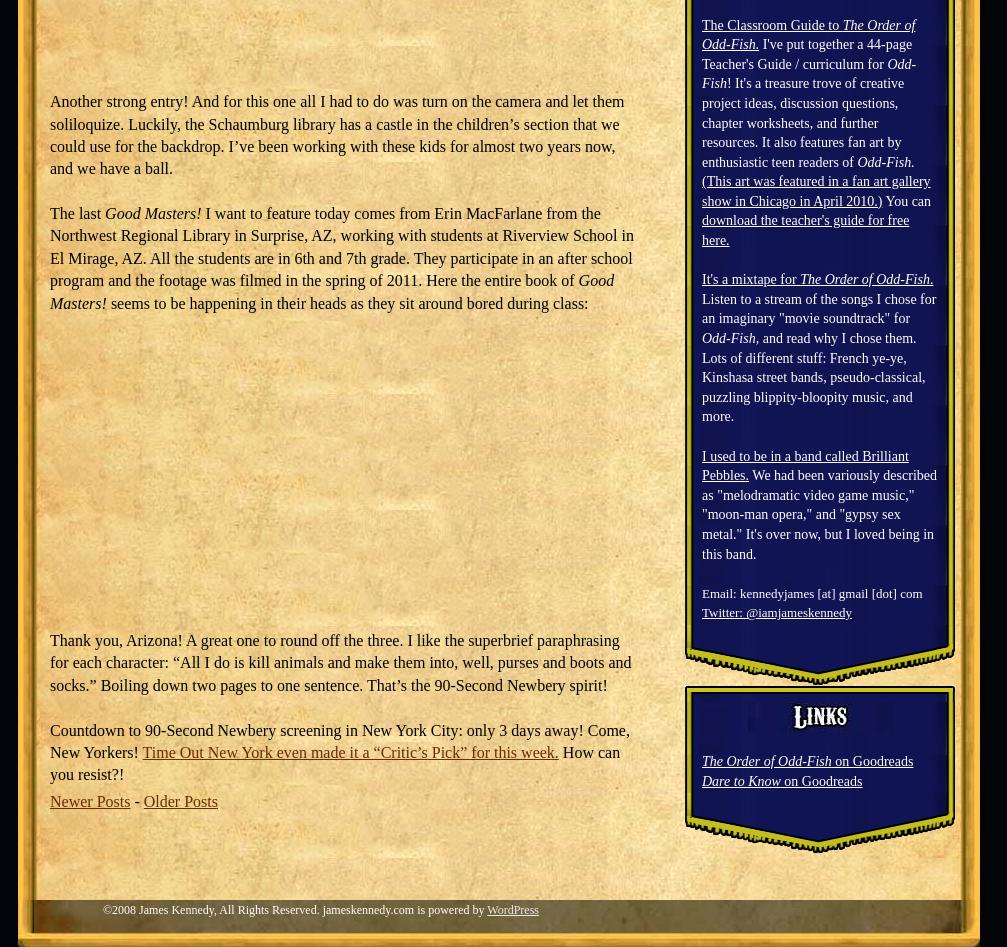 Image resolution: width=1007 pixels, height=947 pixels. What do you see at coordinates (77, 213) in the screenshot?
I see `'The last'` at bounding box center [77, 213].